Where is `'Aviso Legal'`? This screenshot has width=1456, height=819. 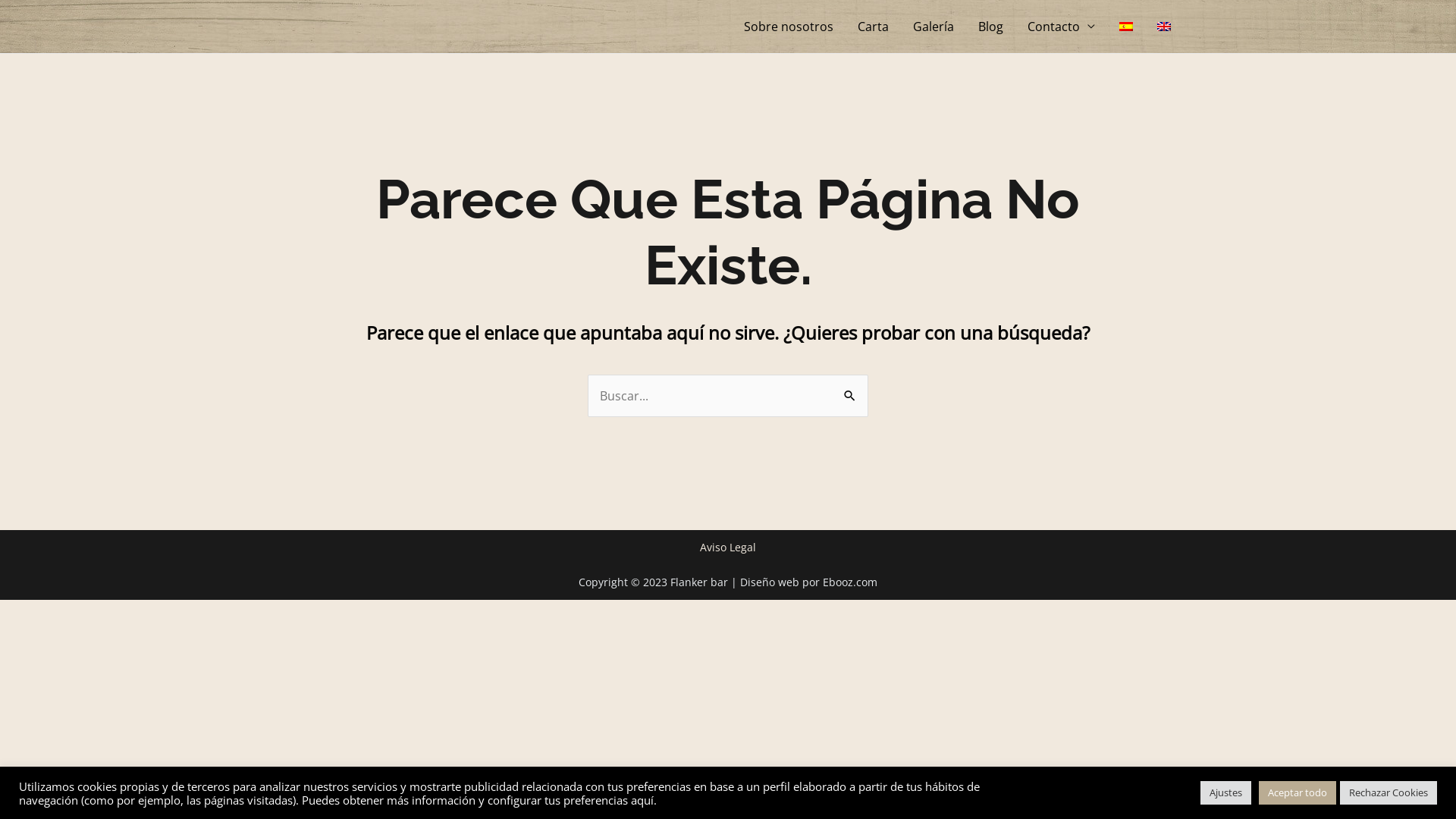 'Aviso Legal' is located at coordinates (698, 547).